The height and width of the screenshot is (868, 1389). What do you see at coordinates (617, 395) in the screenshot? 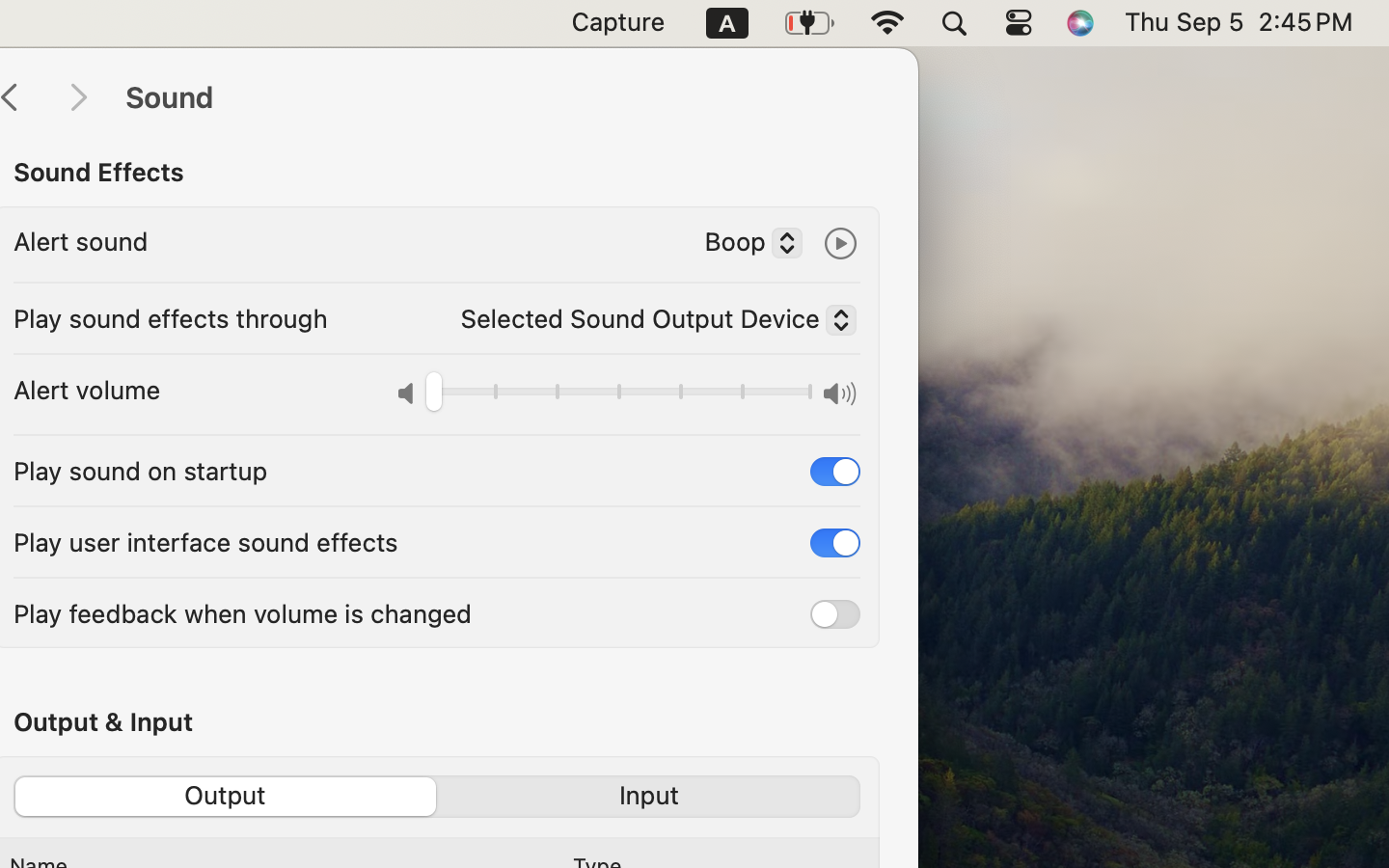
I see `'0.0'` at bounding box center [617, 395].